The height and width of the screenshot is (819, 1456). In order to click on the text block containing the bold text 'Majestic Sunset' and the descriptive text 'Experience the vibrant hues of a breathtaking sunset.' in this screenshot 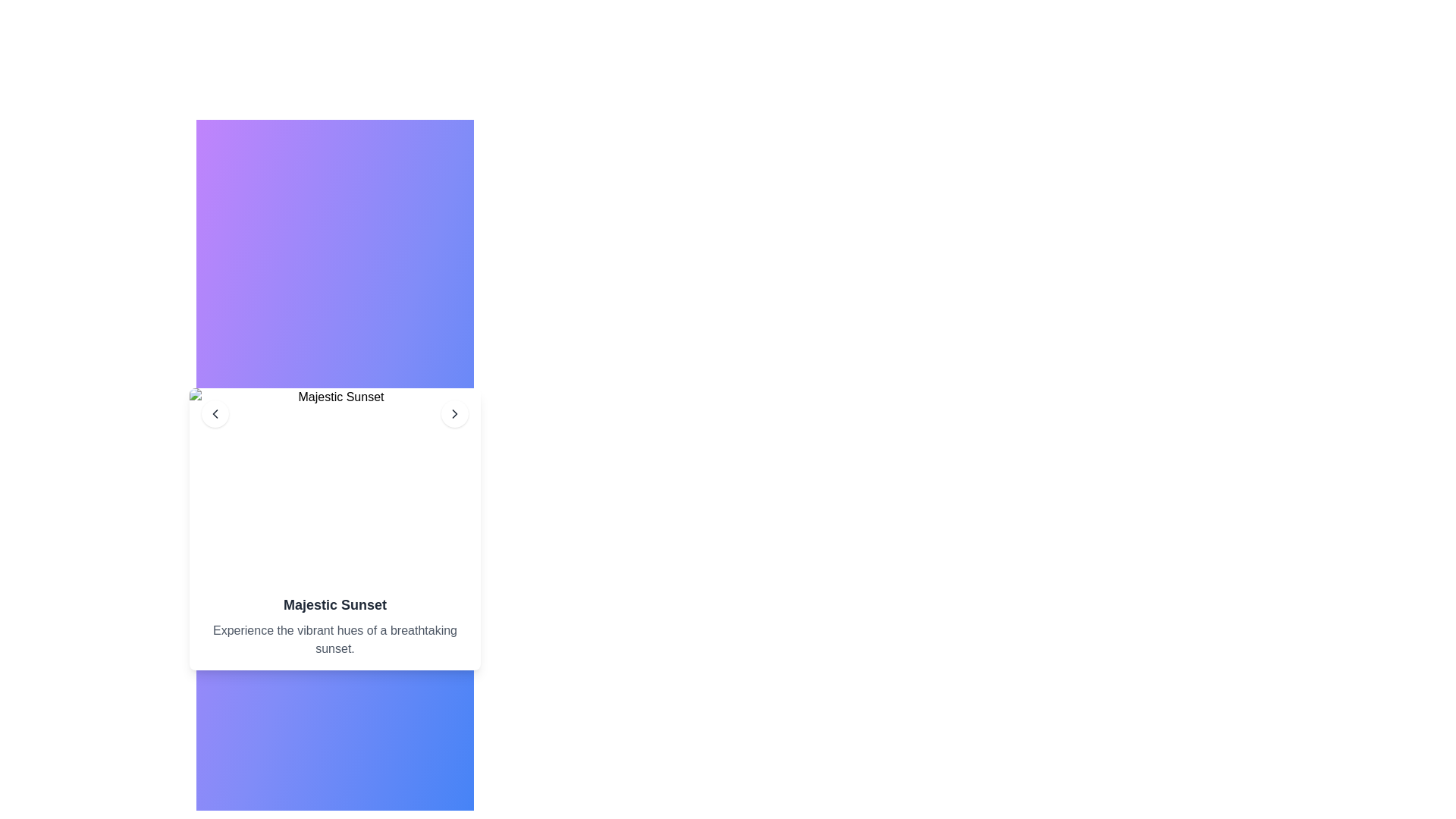, I will do `click(334, 626)`.